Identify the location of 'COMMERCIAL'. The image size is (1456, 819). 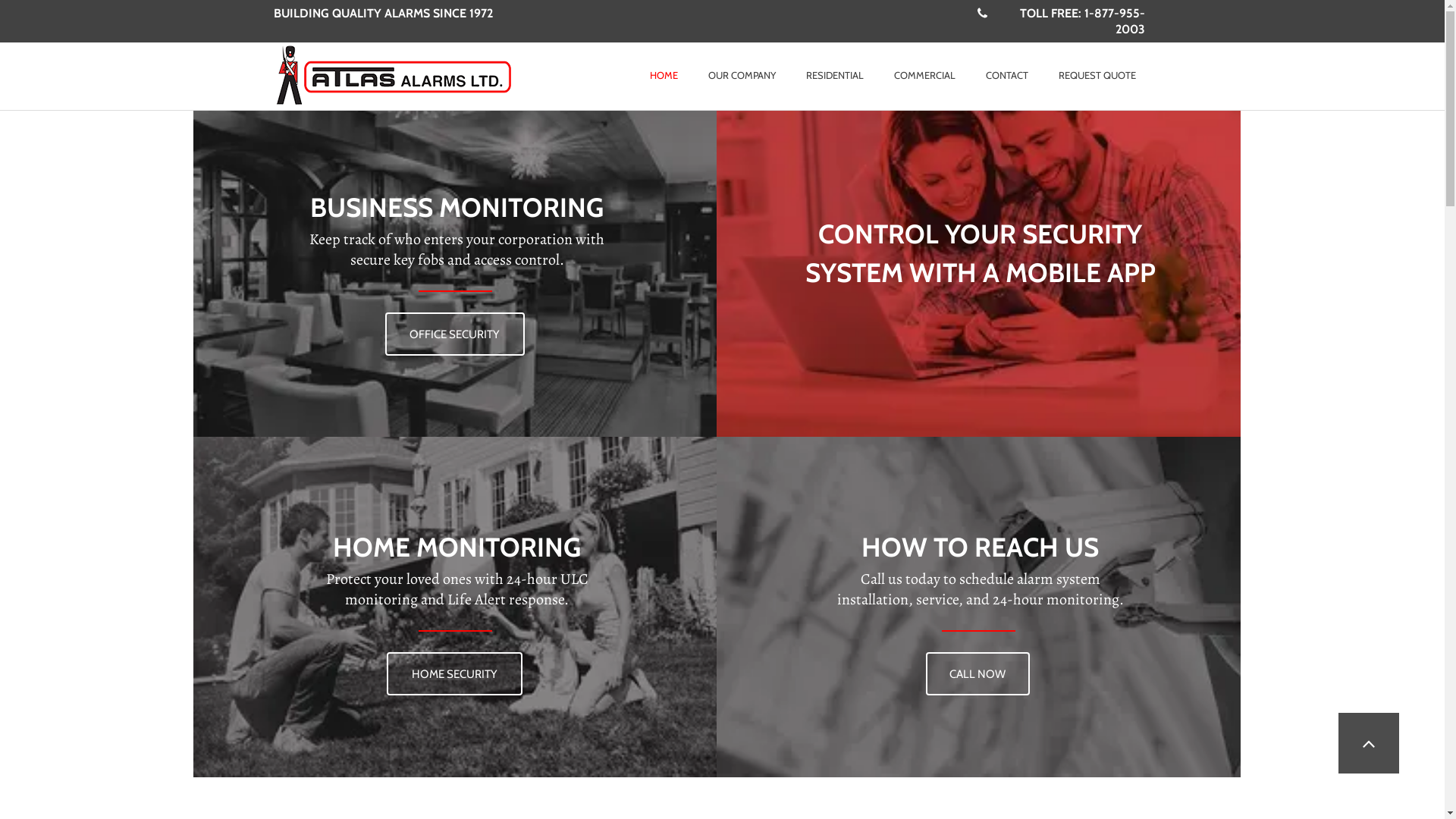
(924, 75).